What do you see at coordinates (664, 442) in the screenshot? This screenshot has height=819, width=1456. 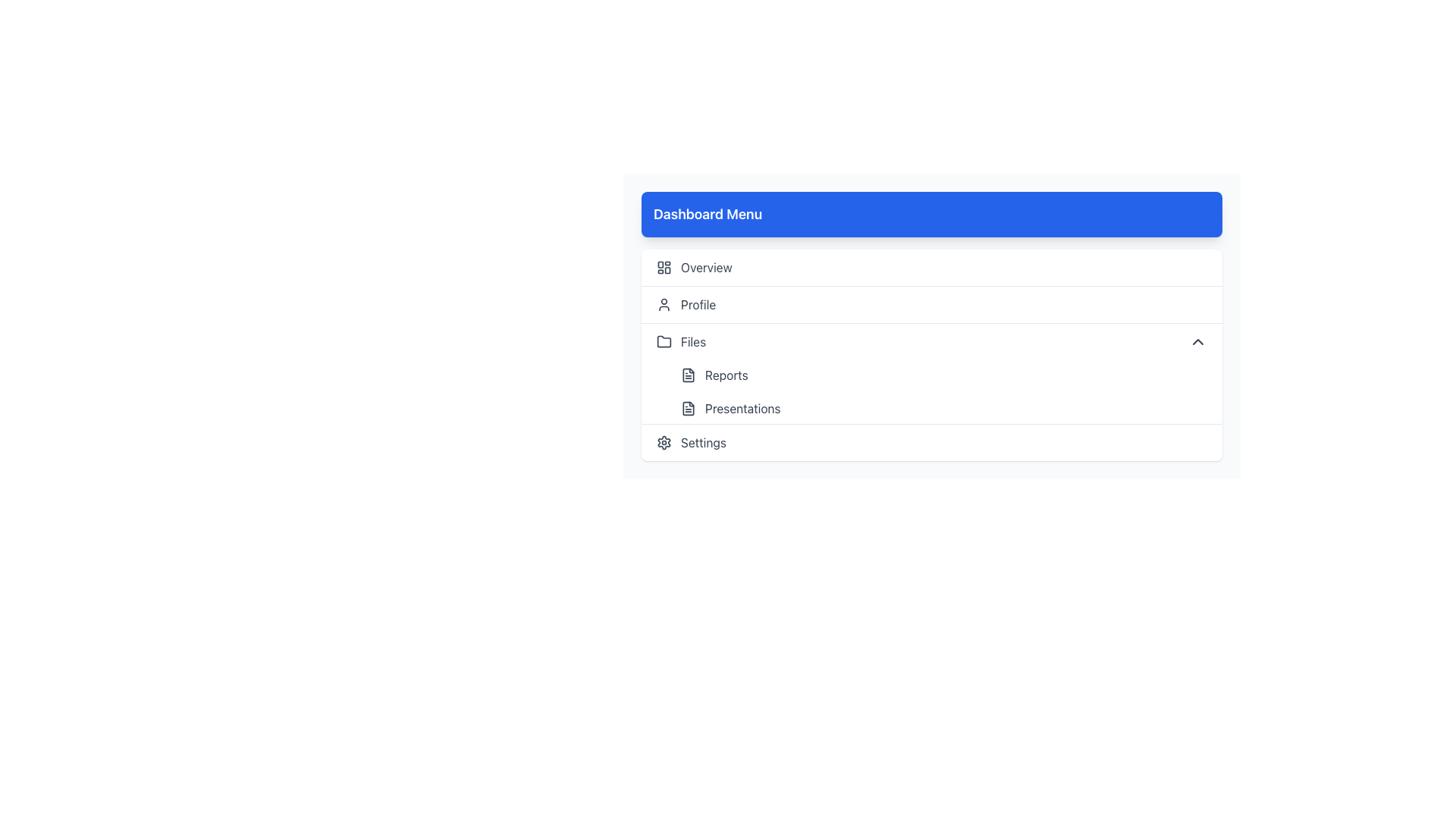 I see `the gear-shaped icon with a hollow center and sprocket-like edges` at bounding box center [664, 442].